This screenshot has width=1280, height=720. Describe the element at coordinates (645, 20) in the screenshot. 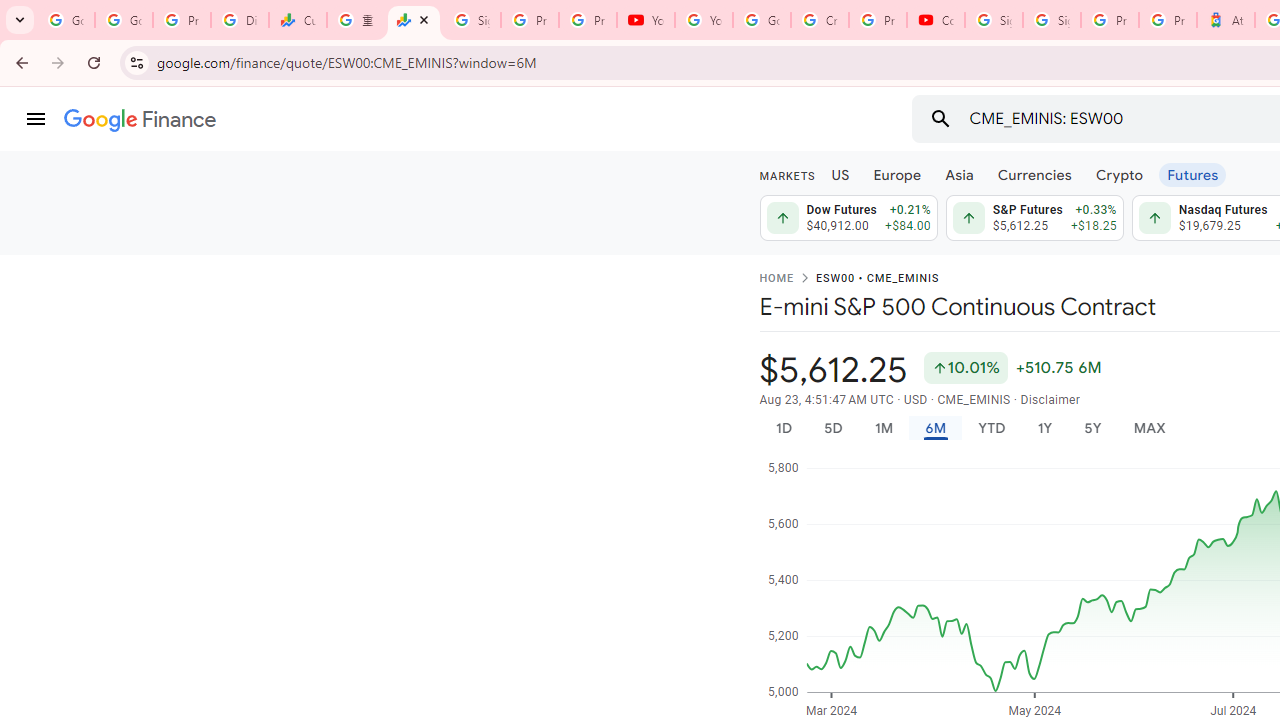

I see `'YouTube'` at that location.